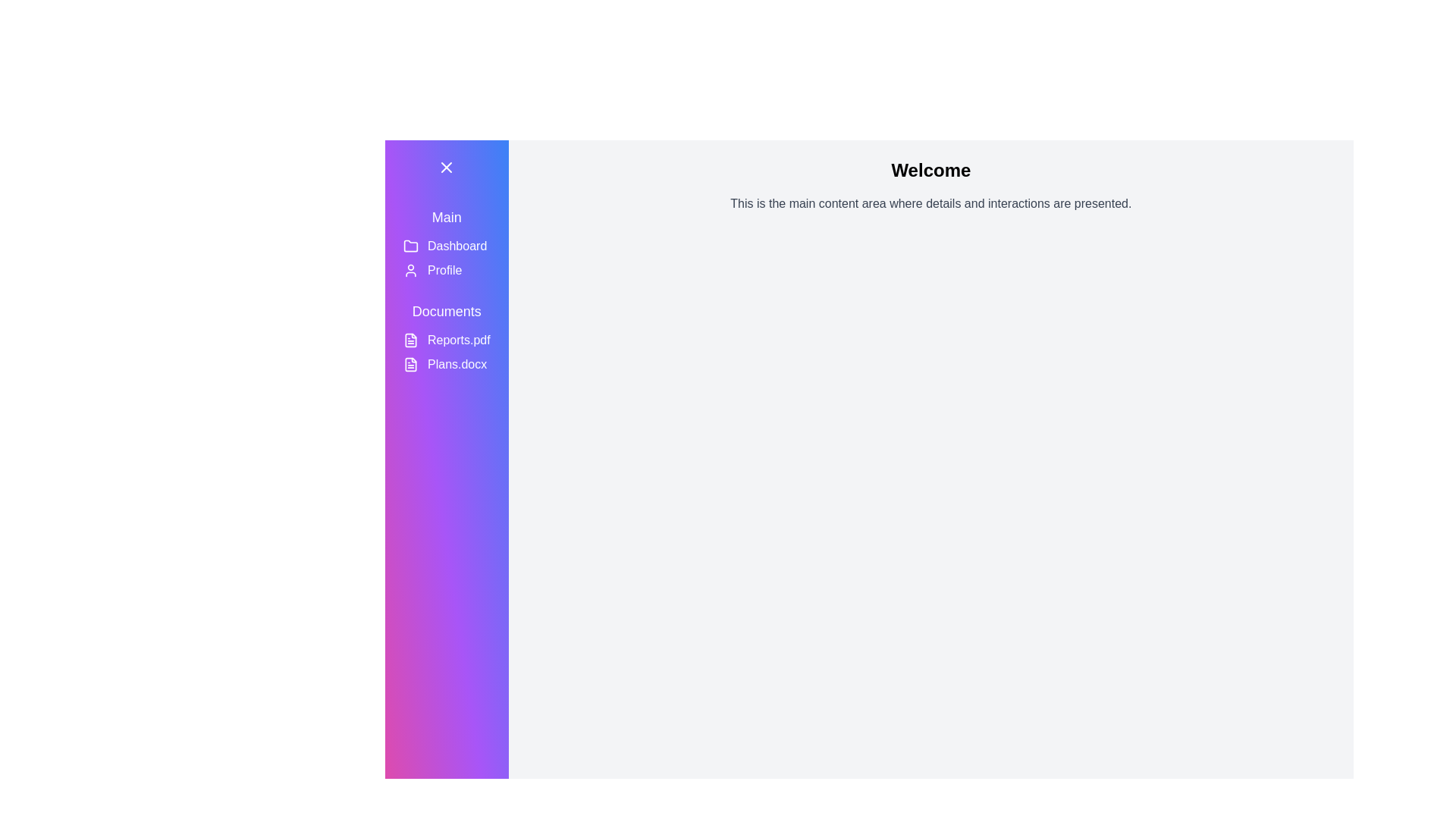 The width and height of the screenshot is (1456, 819). I want to click on the document file icon located in the sidebar, which is visually represented by a rectangular outline resembling a file or page, positioned between 'Profile' and 'Reports.pdf', so click(411, 365).